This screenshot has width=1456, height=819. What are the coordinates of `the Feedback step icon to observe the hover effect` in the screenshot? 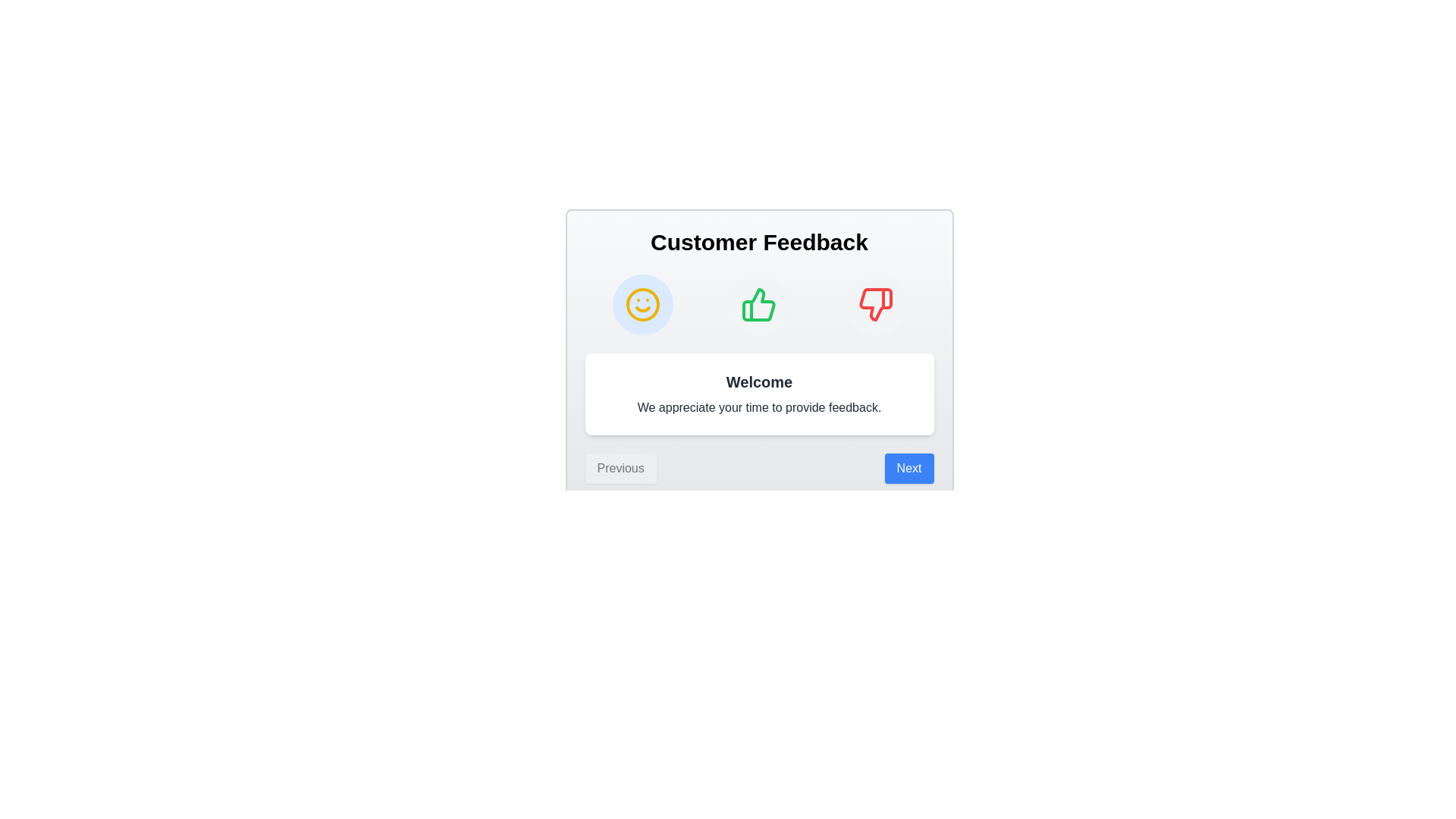 It's located at (875, 304).